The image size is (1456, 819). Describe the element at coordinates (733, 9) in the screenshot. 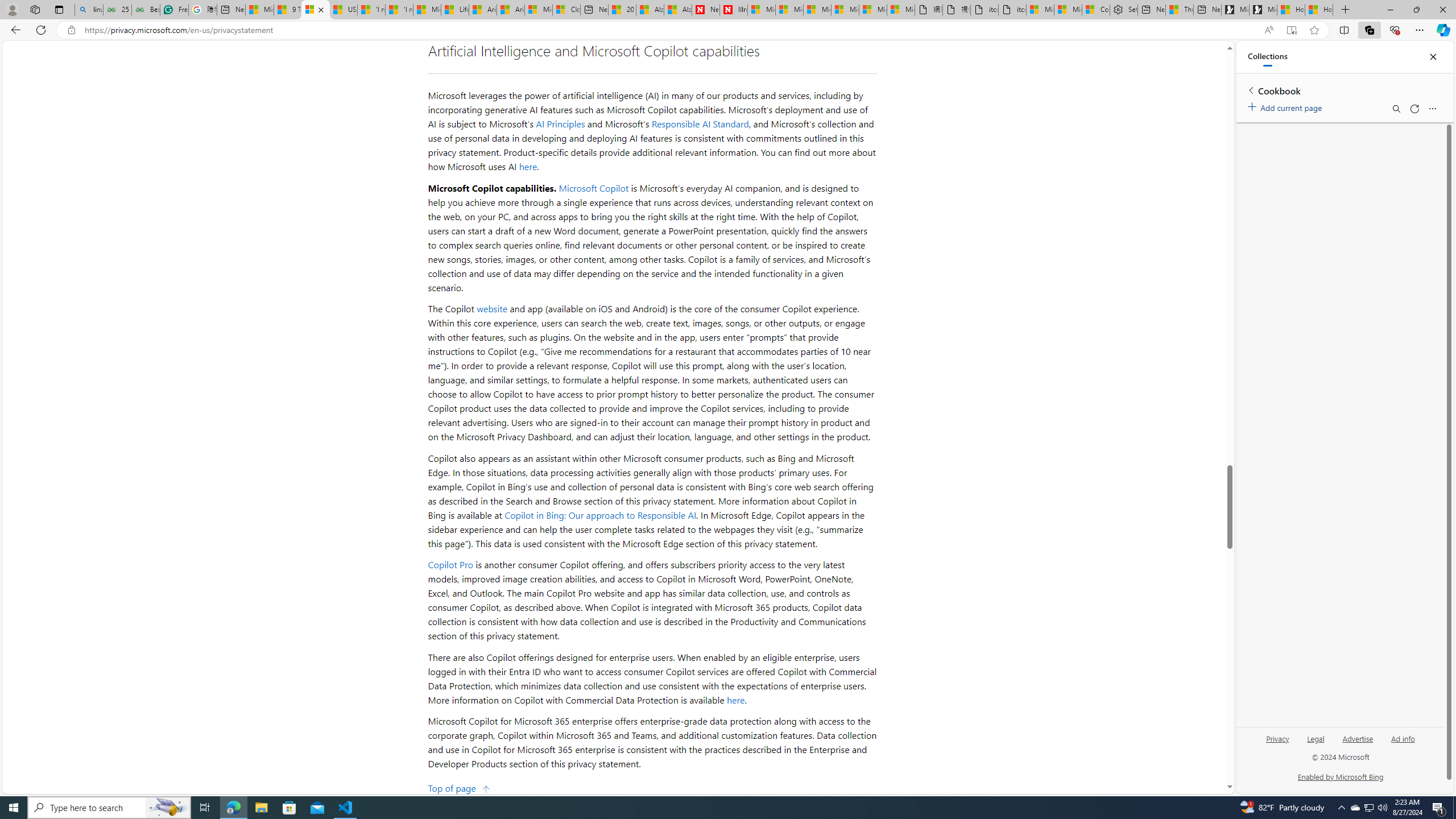

I see `'Illness news & latest pictures from Newsweek.com'` at that location.